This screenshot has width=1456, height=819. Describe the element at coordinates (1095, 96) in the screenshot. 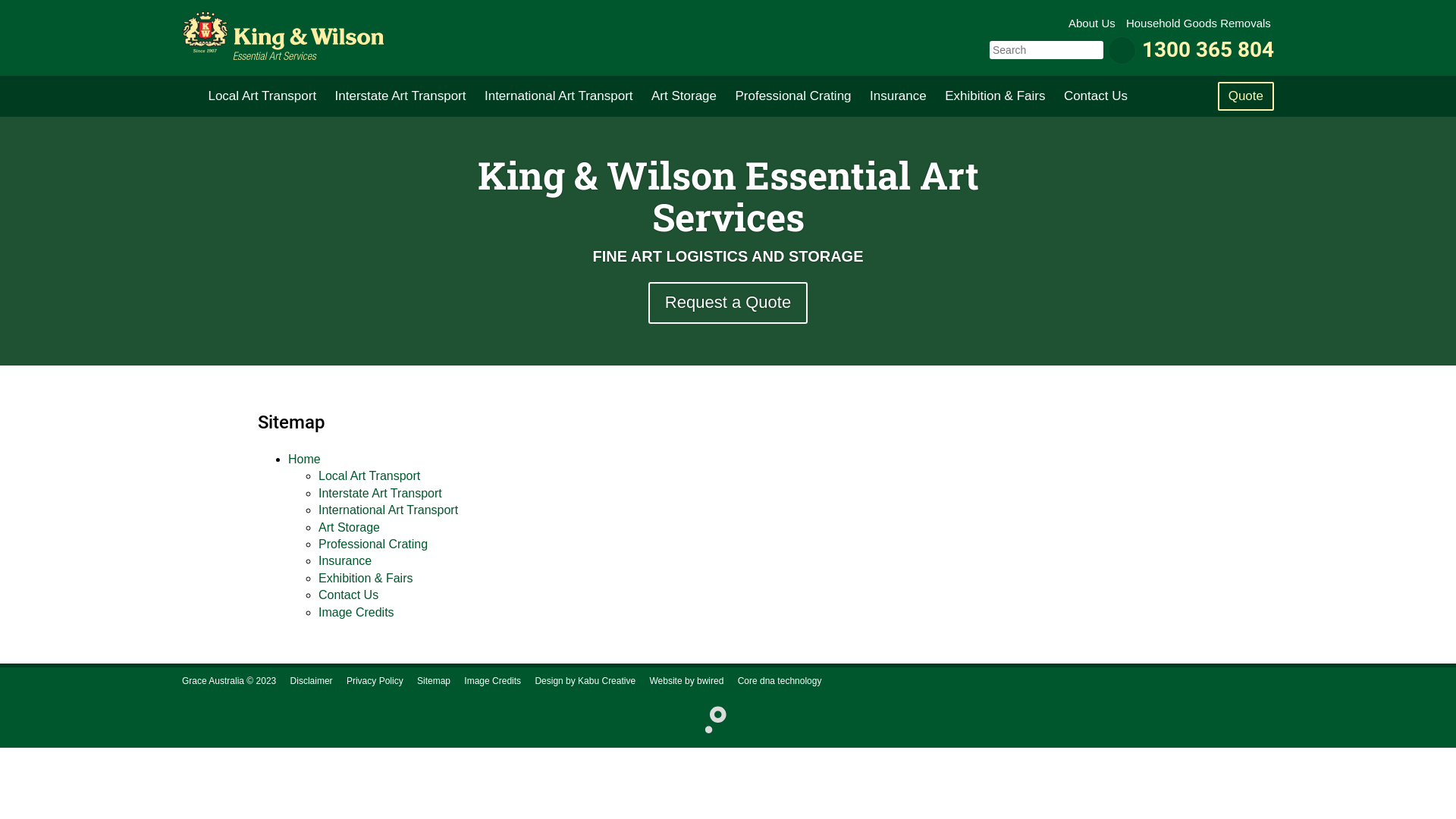

I see `'Contact Us'` at that location.